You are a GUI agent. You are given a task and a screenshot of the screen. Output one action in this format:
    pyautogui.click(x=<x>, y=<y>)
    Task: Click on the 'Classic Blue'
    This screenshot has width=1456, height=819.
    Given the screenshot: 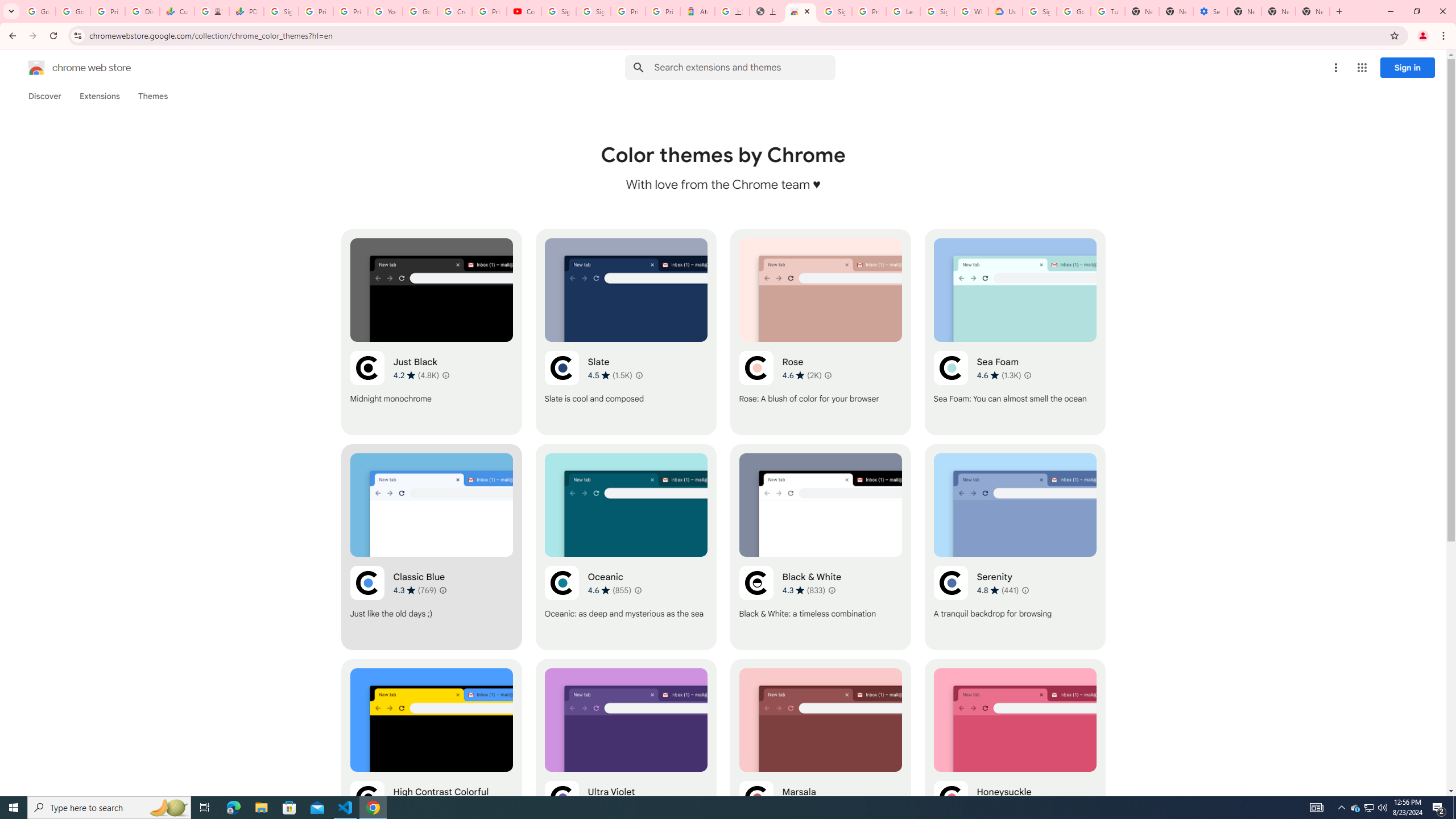 What is the action you would take?
    pyautogui.click(x=431, y=547)
    